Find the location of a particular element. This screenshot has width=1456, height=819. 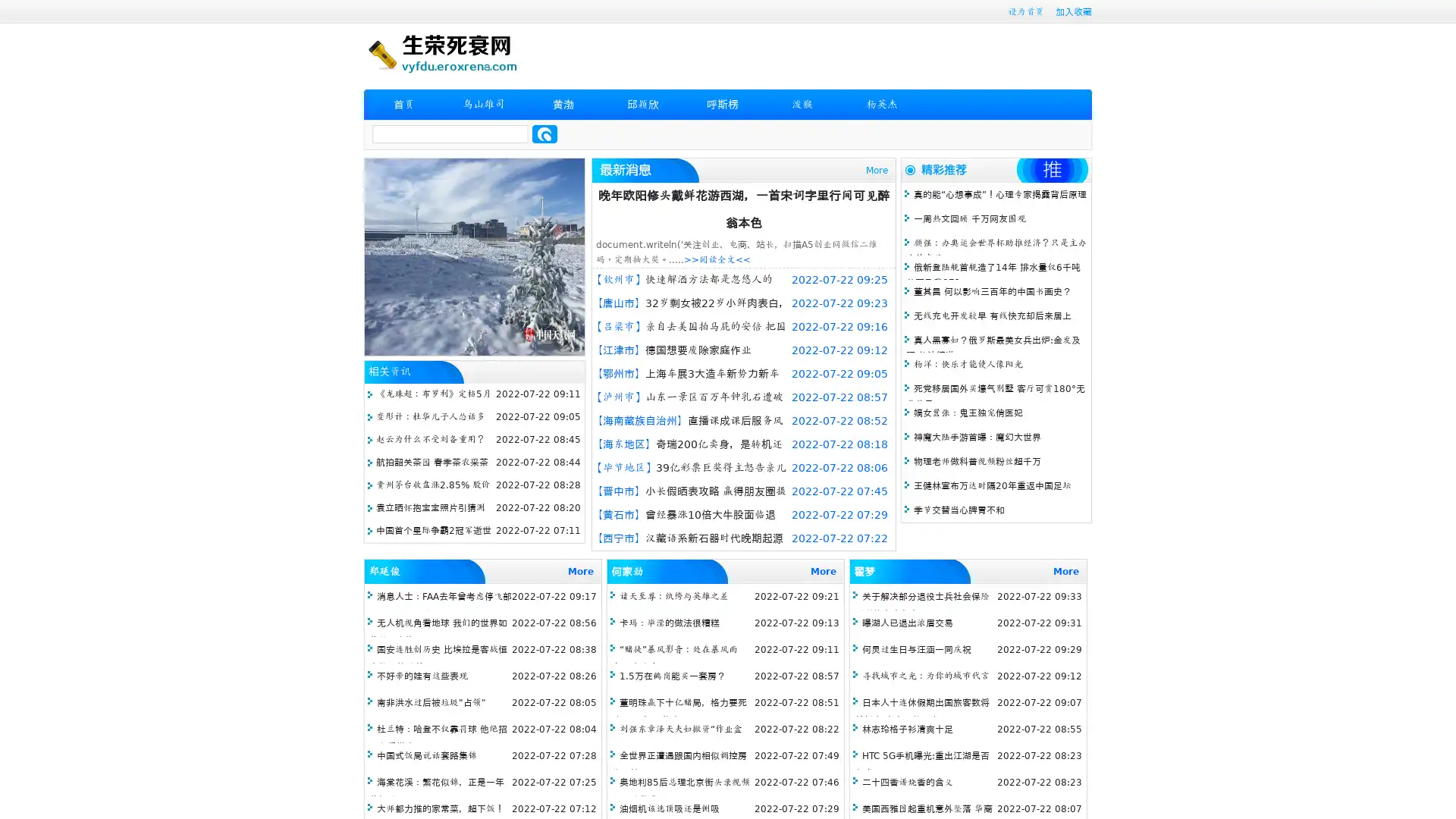

Search is located at coordinates (544, 133).